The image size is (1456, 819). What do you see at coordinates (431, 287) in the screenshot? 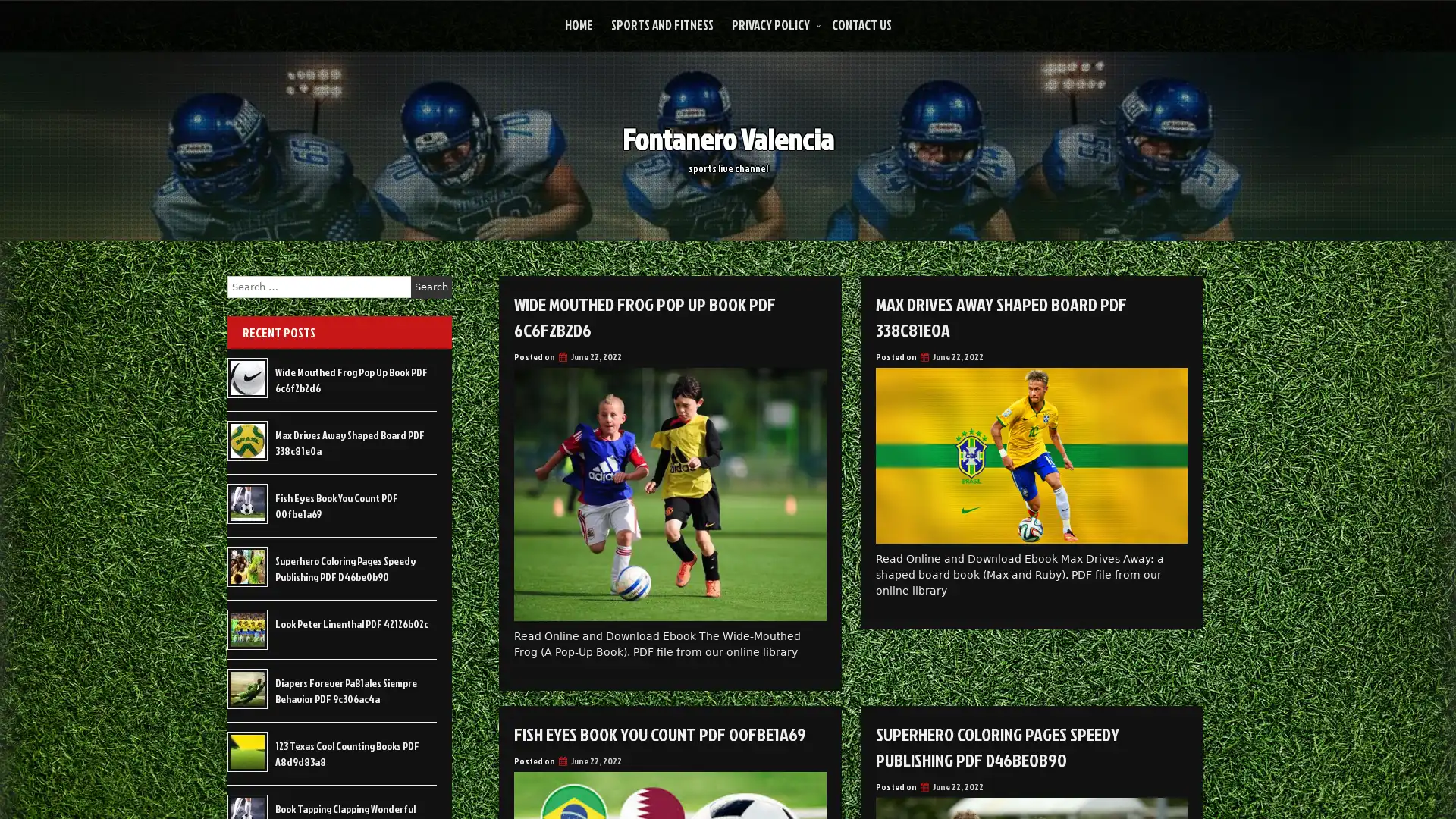
I see `Search` at bounding box center [431, 287].